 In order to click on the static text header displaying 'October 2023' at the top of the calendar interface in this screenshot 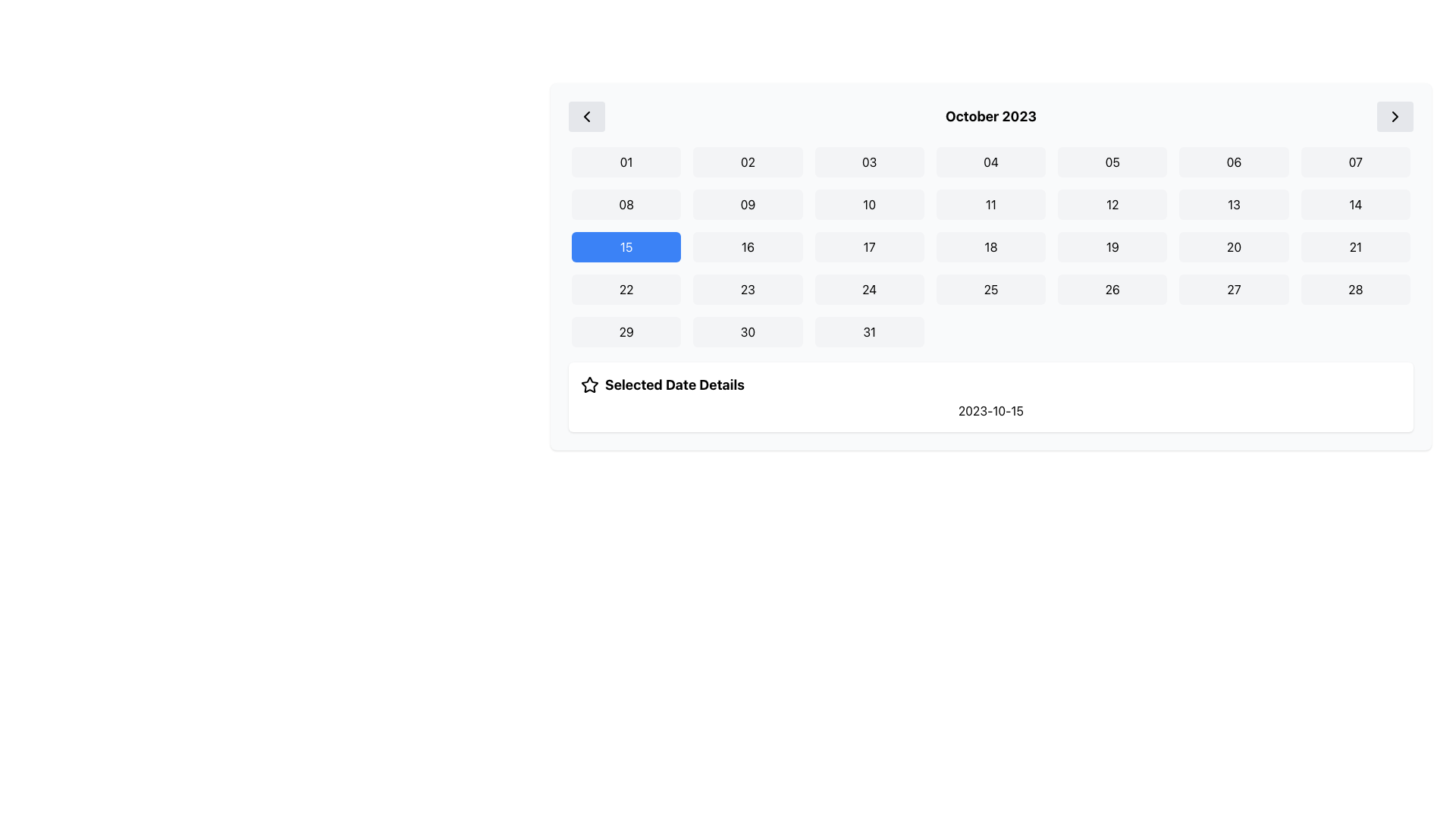, I will do `click(990, 116)`.